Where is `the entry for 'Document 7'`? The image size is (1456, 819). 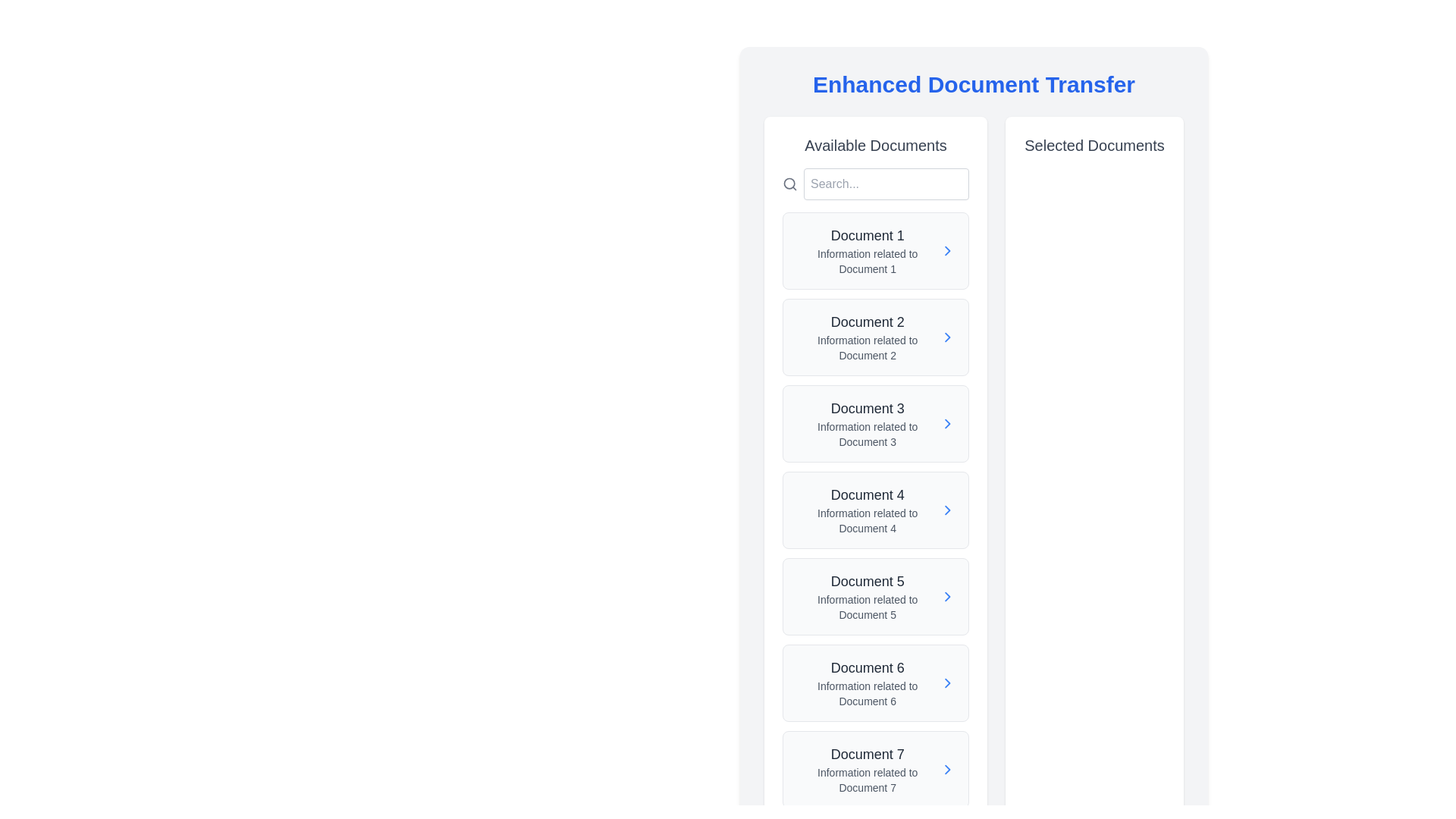
the entry for 'Document 7' is located at coordinates (867, 769).